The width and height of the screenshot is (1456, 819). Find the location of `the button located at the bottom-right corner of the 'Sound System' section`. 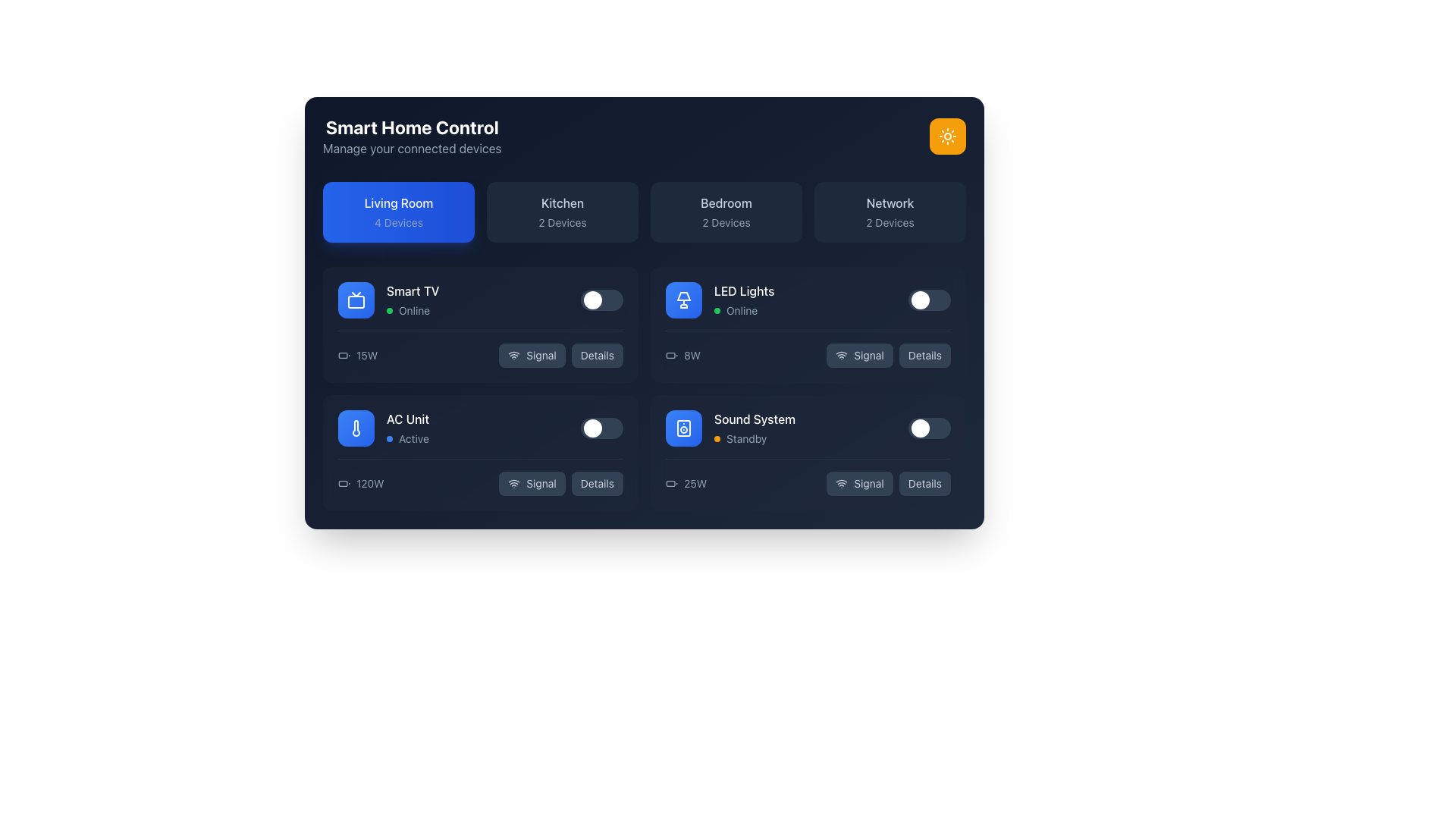

the button located at the bottom-right corner of the 'Sound System' section is located at coordinates (924, 483).